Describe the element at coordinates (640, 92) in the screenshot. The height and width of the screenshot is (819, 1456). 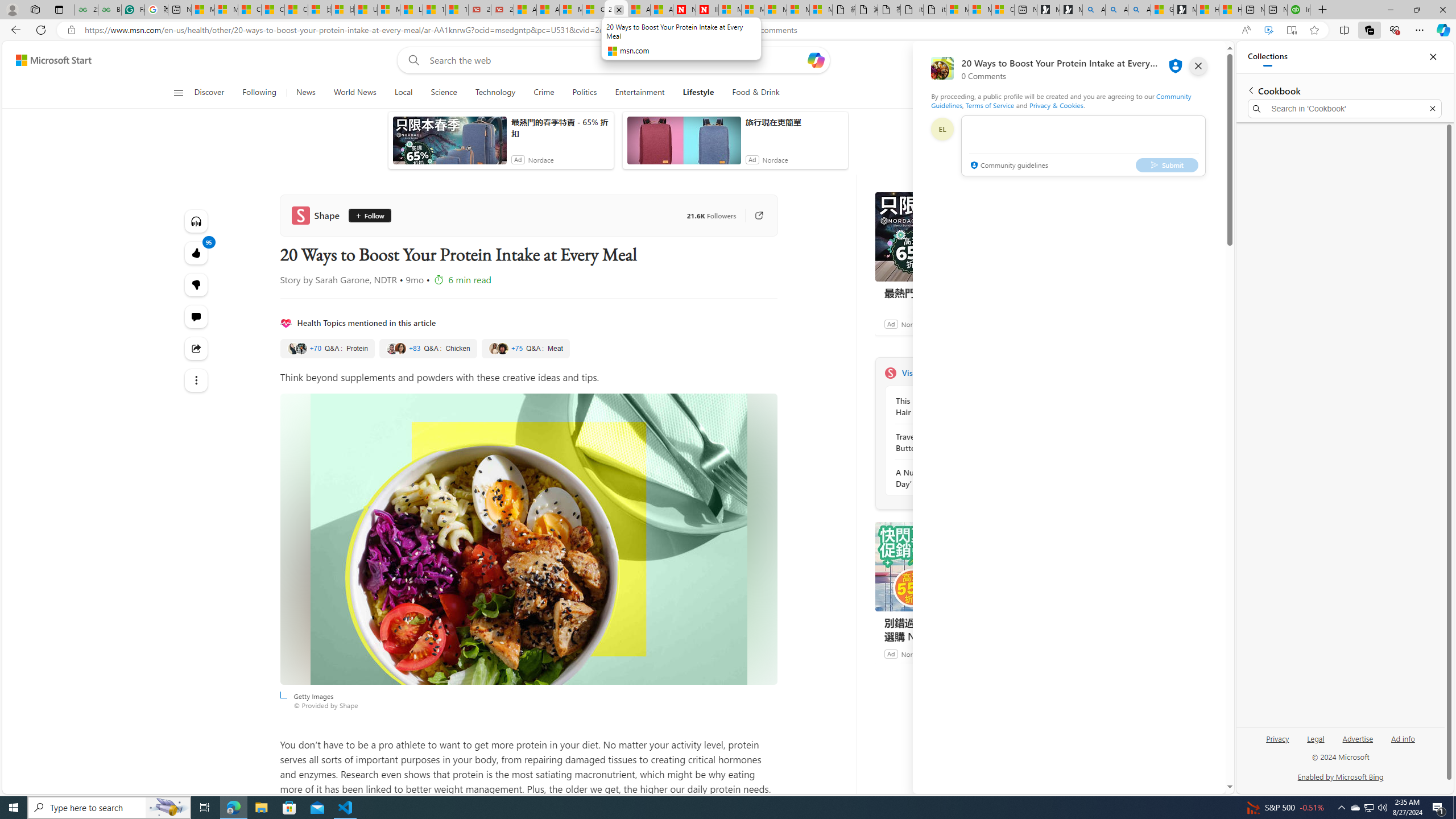
I see `'Entertainment'` at that location.